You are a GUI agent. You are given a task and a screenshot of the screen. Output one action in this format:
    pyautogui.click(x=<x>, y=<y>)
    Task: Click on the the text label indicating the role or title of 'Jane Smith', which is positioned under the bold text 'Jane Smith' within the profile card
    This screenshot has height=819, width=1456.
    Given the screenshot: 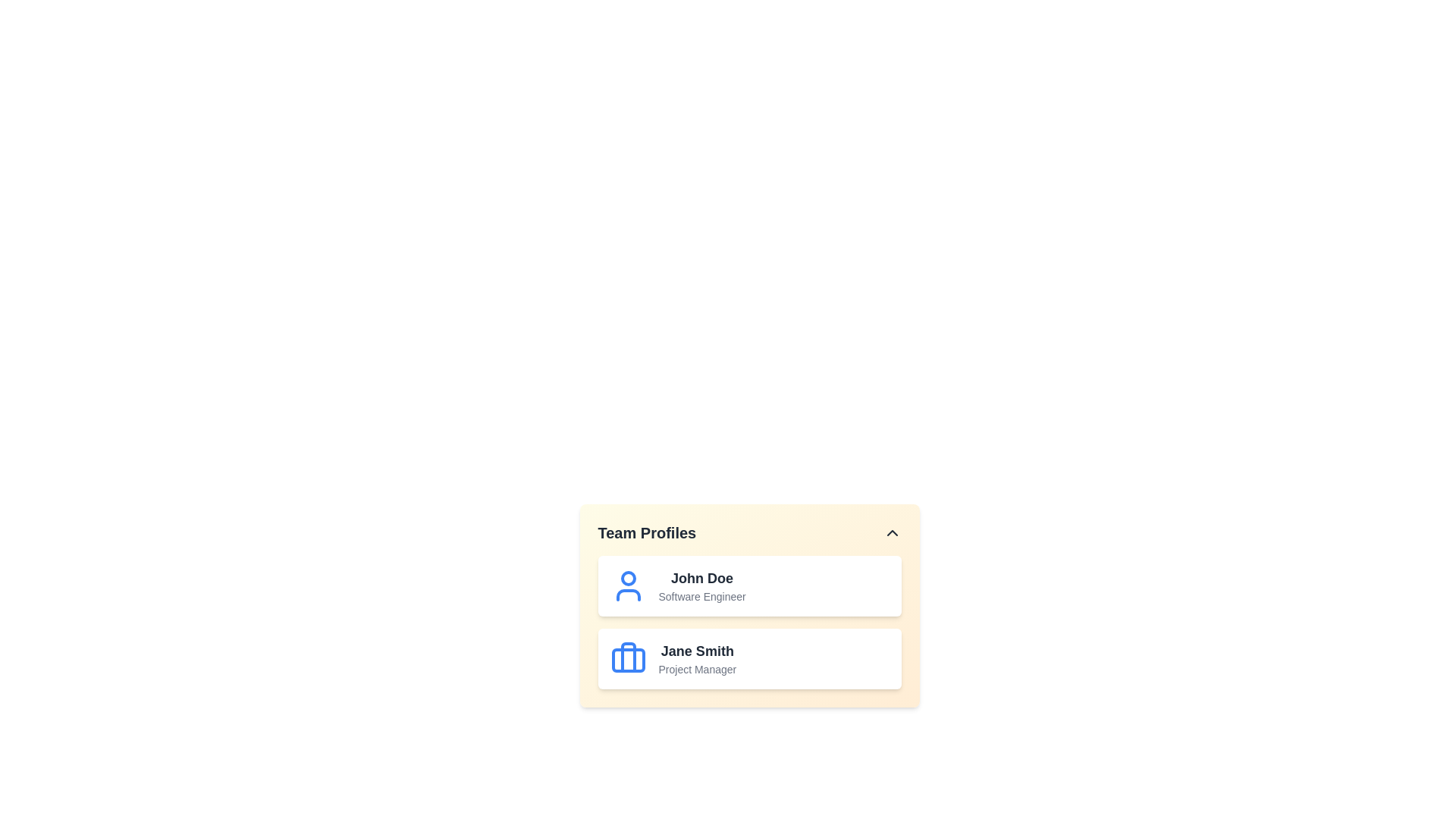 What is the action you would take?
    pyautogui.click(x=696, y=669)
    